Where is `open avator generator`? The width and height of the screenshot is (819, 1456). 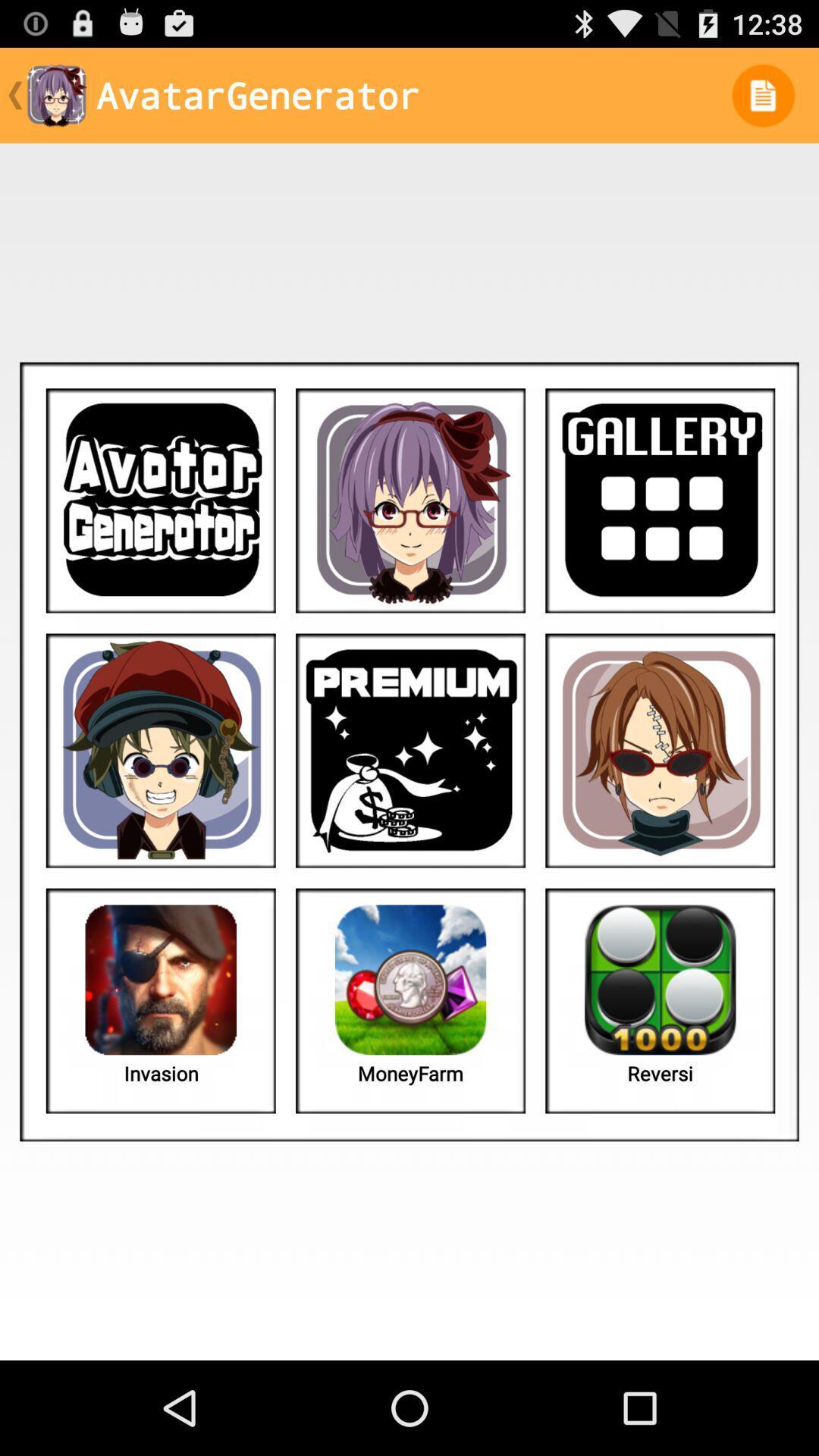 open avator generator is located at coordinates (161, 500).